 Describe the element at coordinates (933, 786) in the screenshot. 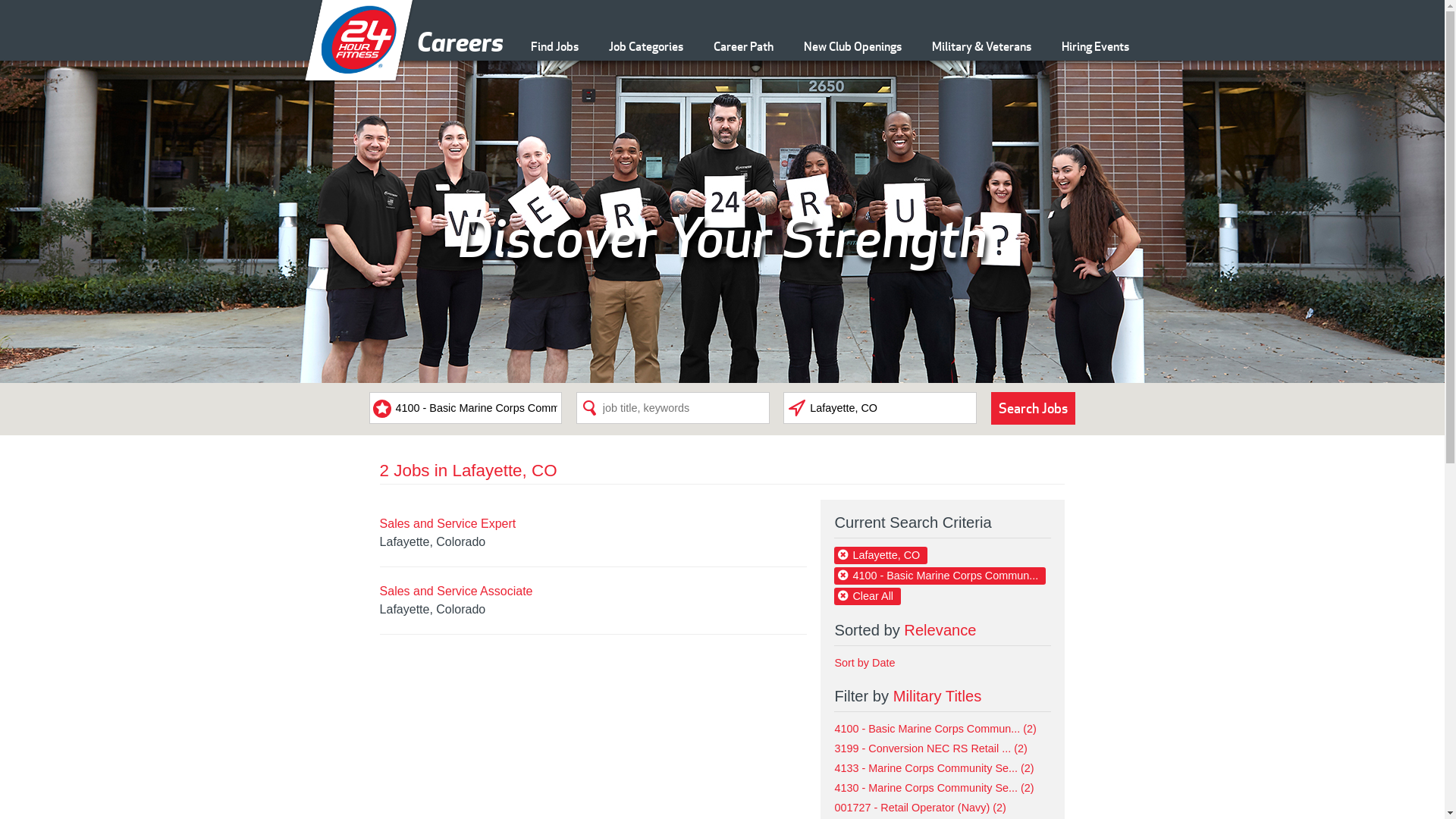

I see `'4130 - Marine Corps Community Se... (2)'` at that location.